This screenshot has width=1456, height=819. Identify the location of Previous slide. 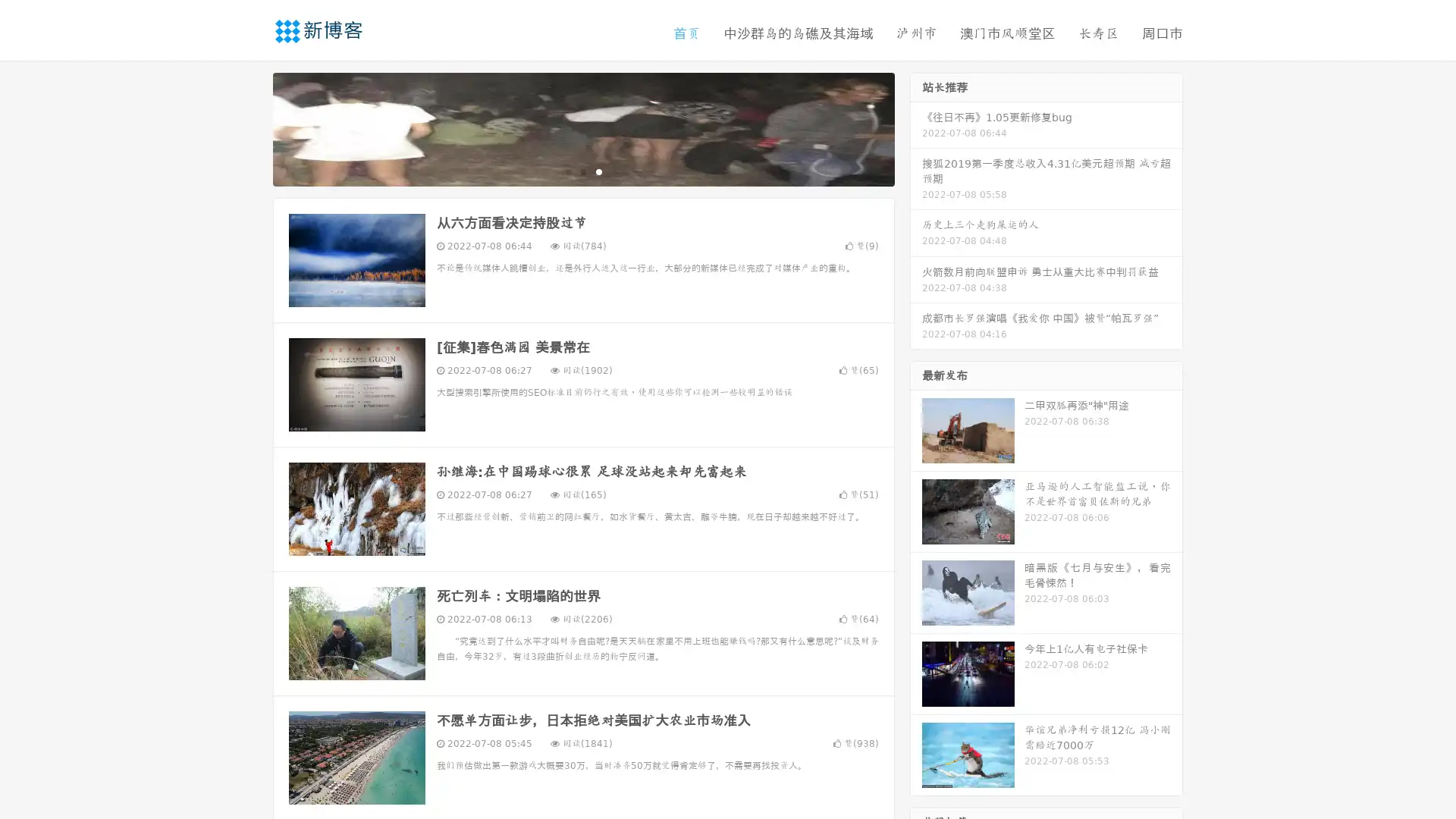
(250, 127).